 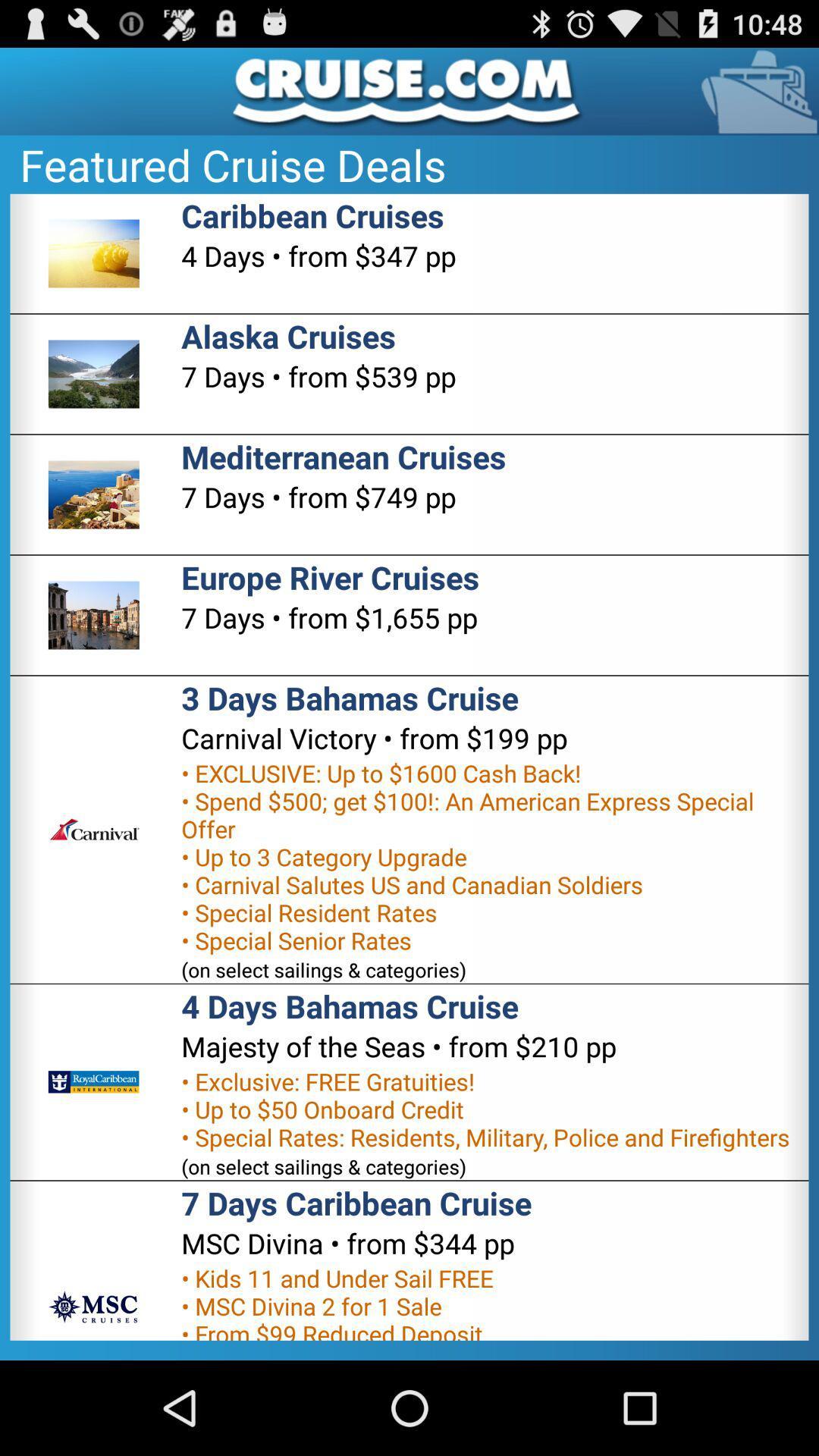 What do you see at coordinates (312, 215) in the screenshot?
I see `icon above 4 days from icon` at bounding box center [312, 215].